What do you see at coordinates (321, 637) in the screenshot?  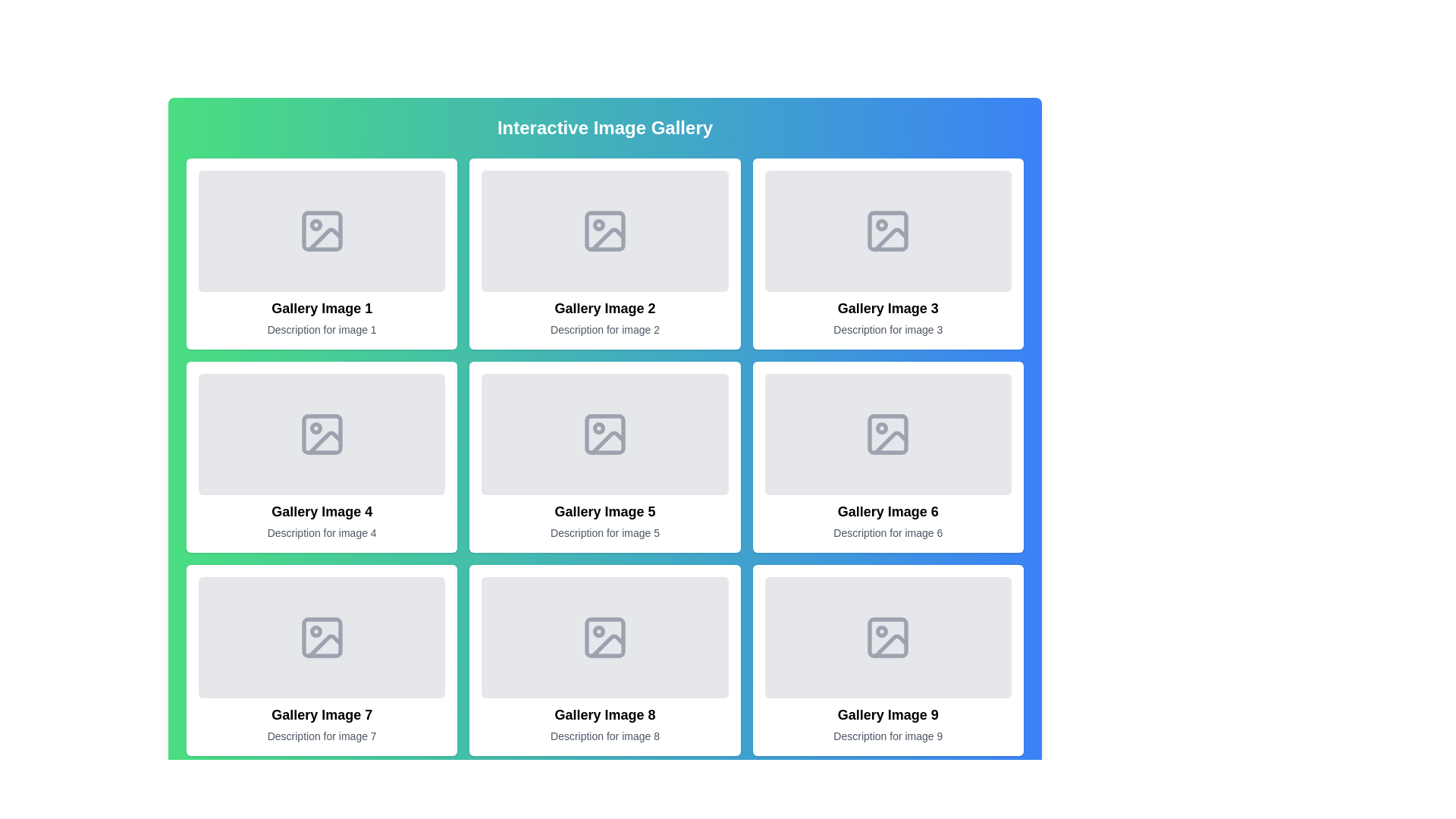 I see `the top-left corner sub-component of the photo thumbnail icon in the seventh gallery item` at bounding box center [321, 637].